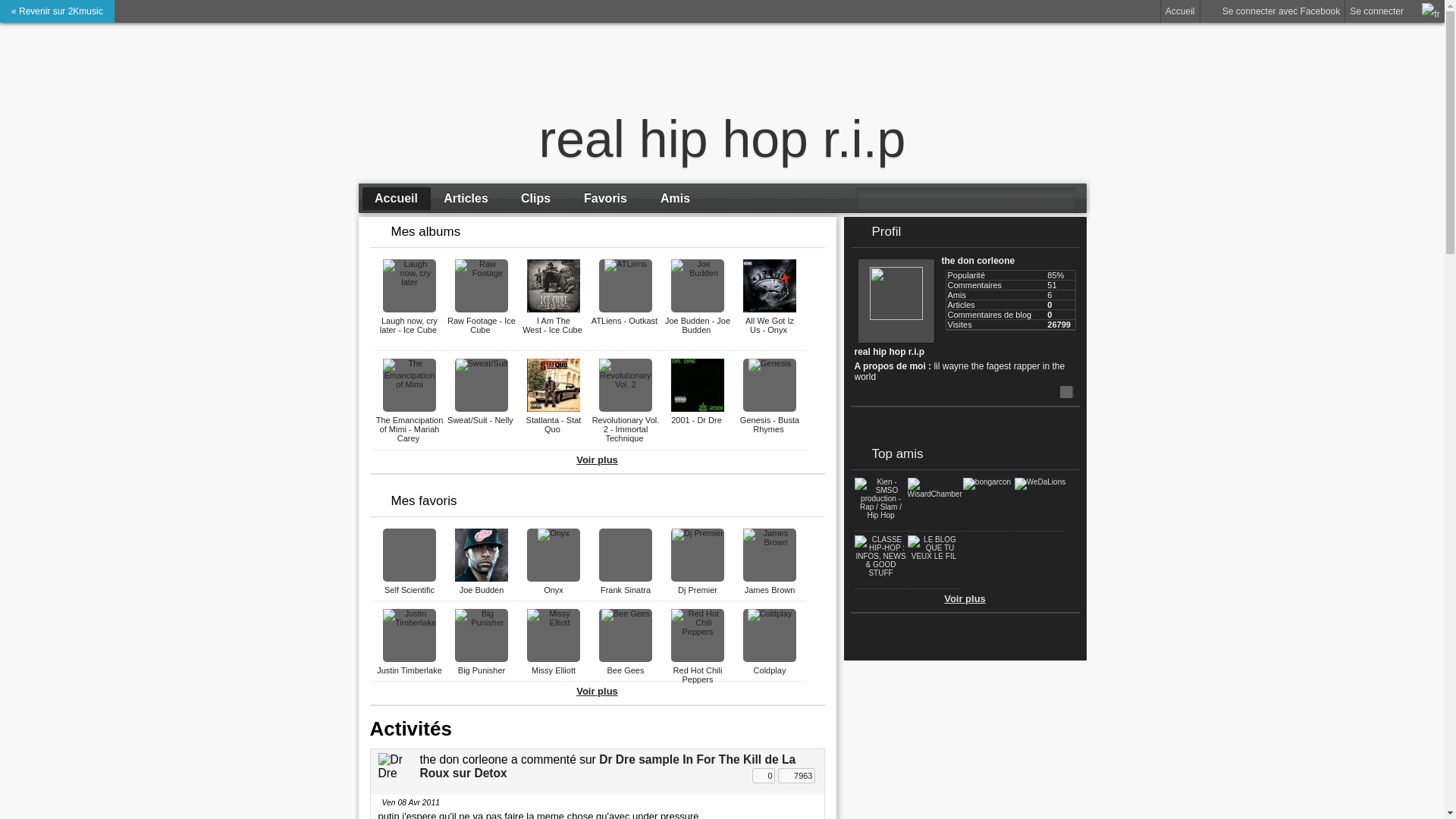 This screenshot has height=819, width=1456. Describe the element at coordinates (1040, 482) in the screenshot. I see `'WeDaLions'` at that location.